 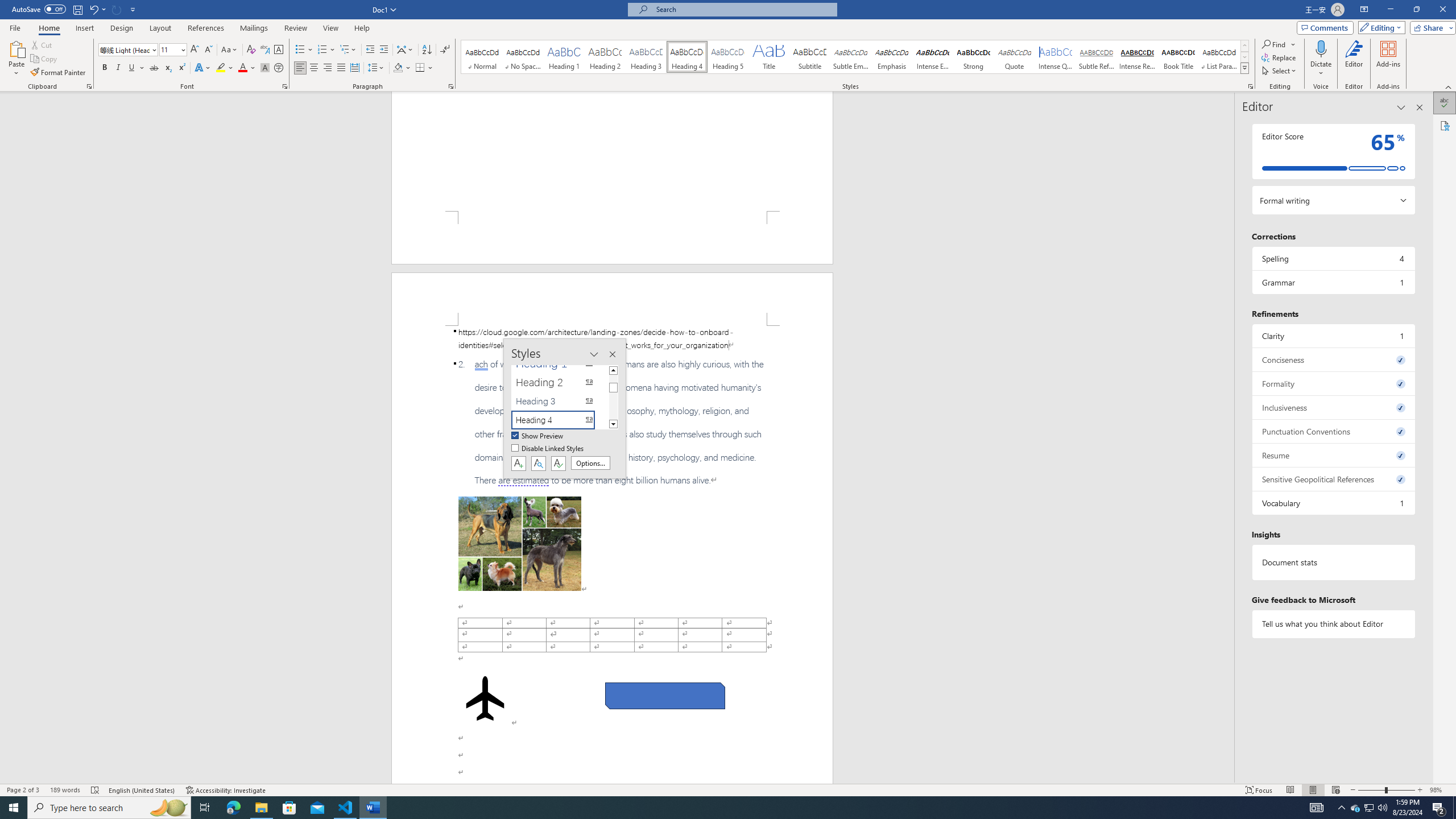 I want to click on 'Intense Reference', so click(x=1136, y=56).